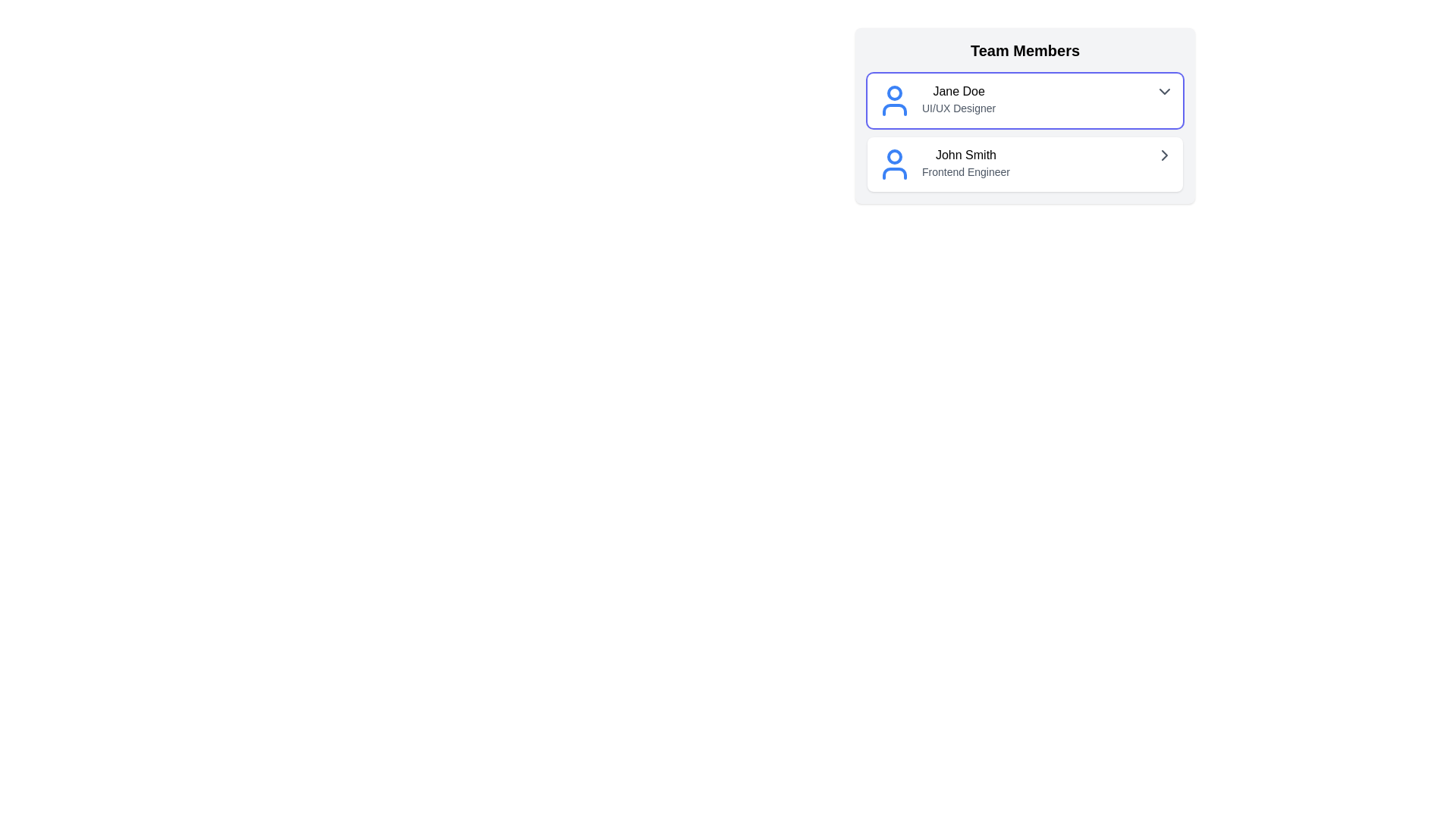 This screenshot has height=819, width=1456. I want to click on the head section of the user profile illustration icon, which visually represents a user or profile entity, located adjacent to the left of the text 'Jane Doe', so click(895, 93).